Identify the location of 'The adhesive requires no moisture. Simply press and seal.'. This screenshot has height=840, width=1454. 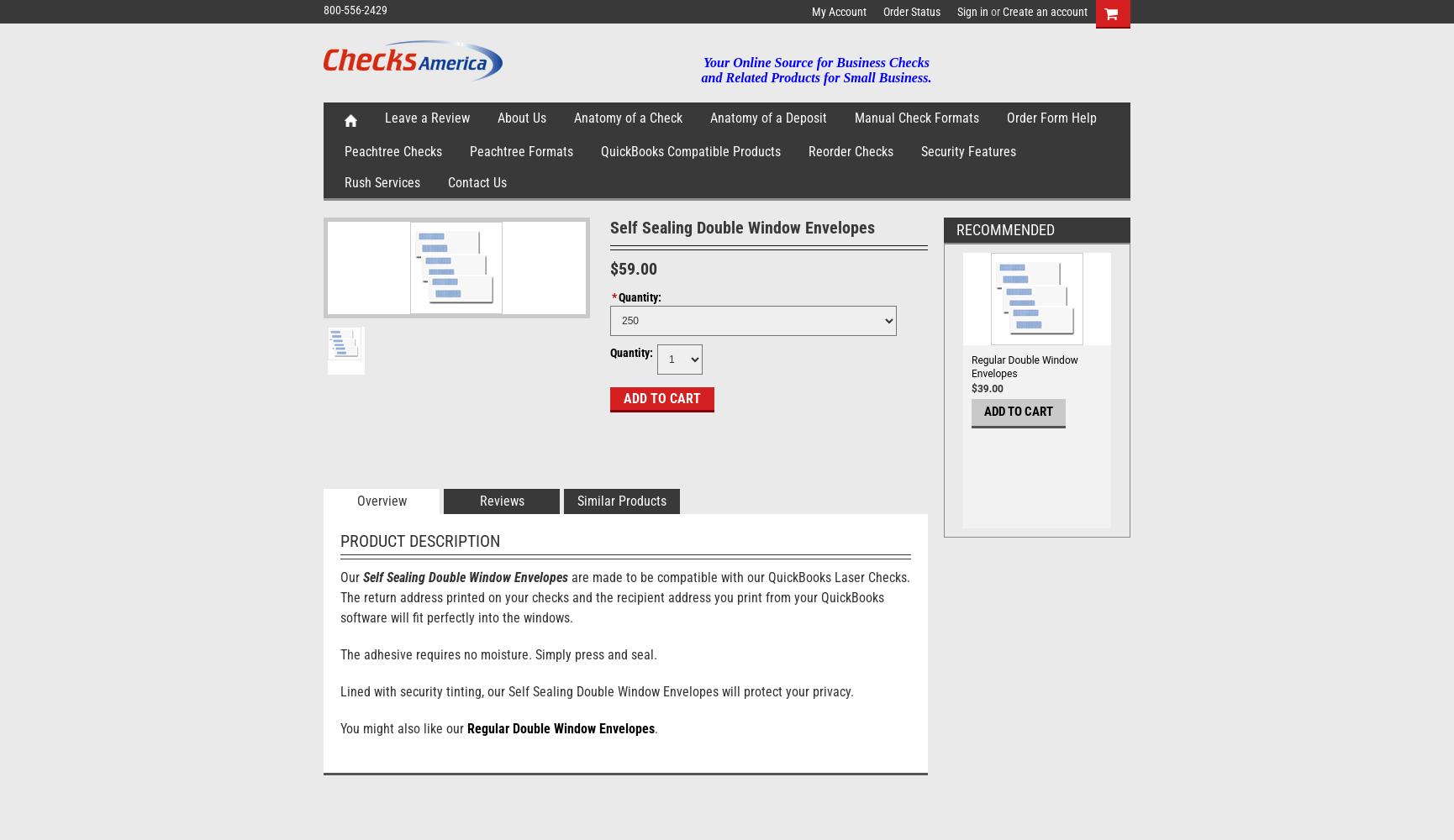
(498, 654).